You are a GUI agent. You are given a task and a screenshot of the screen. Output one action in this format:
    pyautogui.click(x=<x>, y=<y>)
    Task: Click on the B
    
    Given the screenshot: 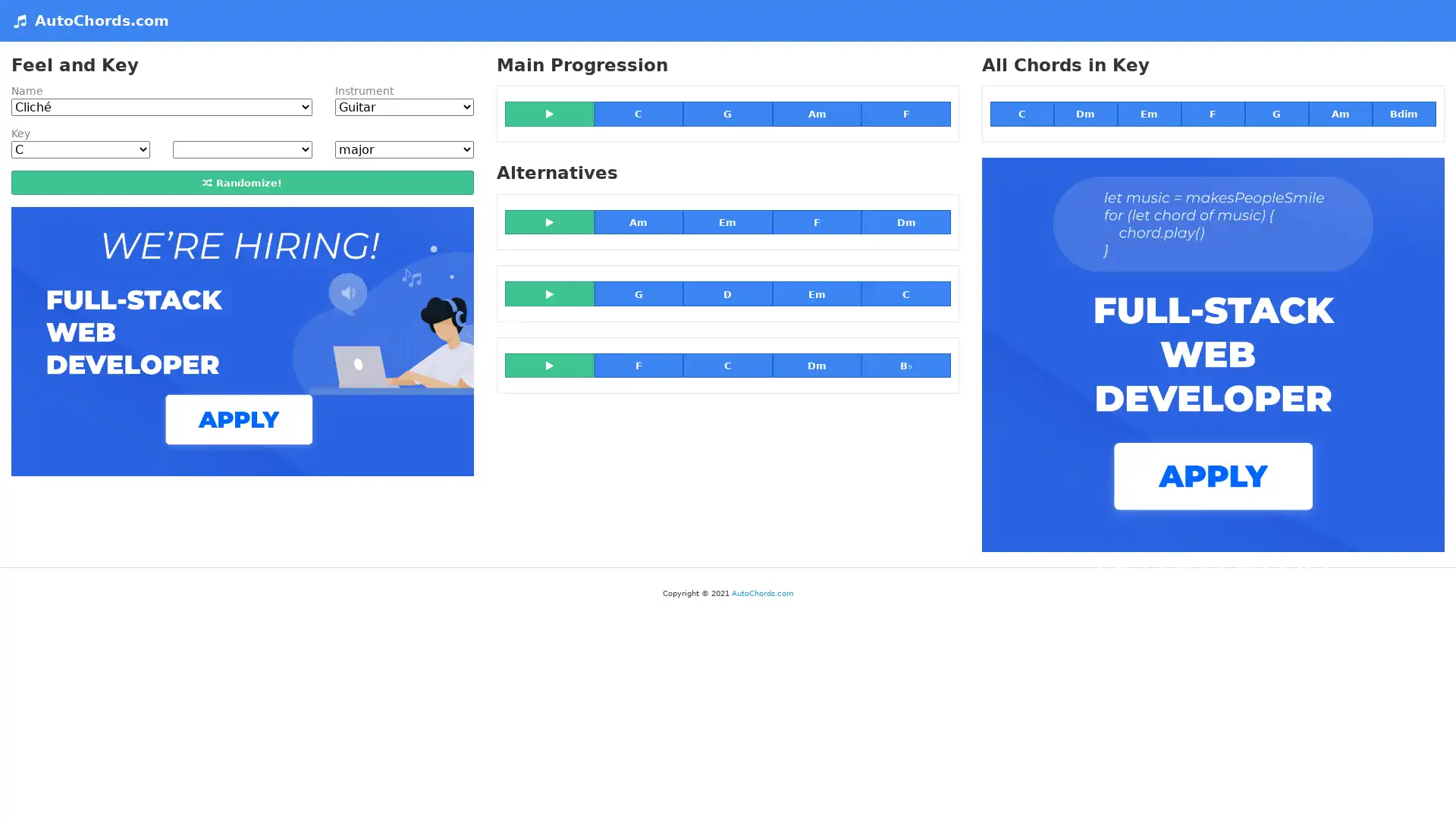 What is the action you would take?
    pyautogui.click(x=905, y=365)
    